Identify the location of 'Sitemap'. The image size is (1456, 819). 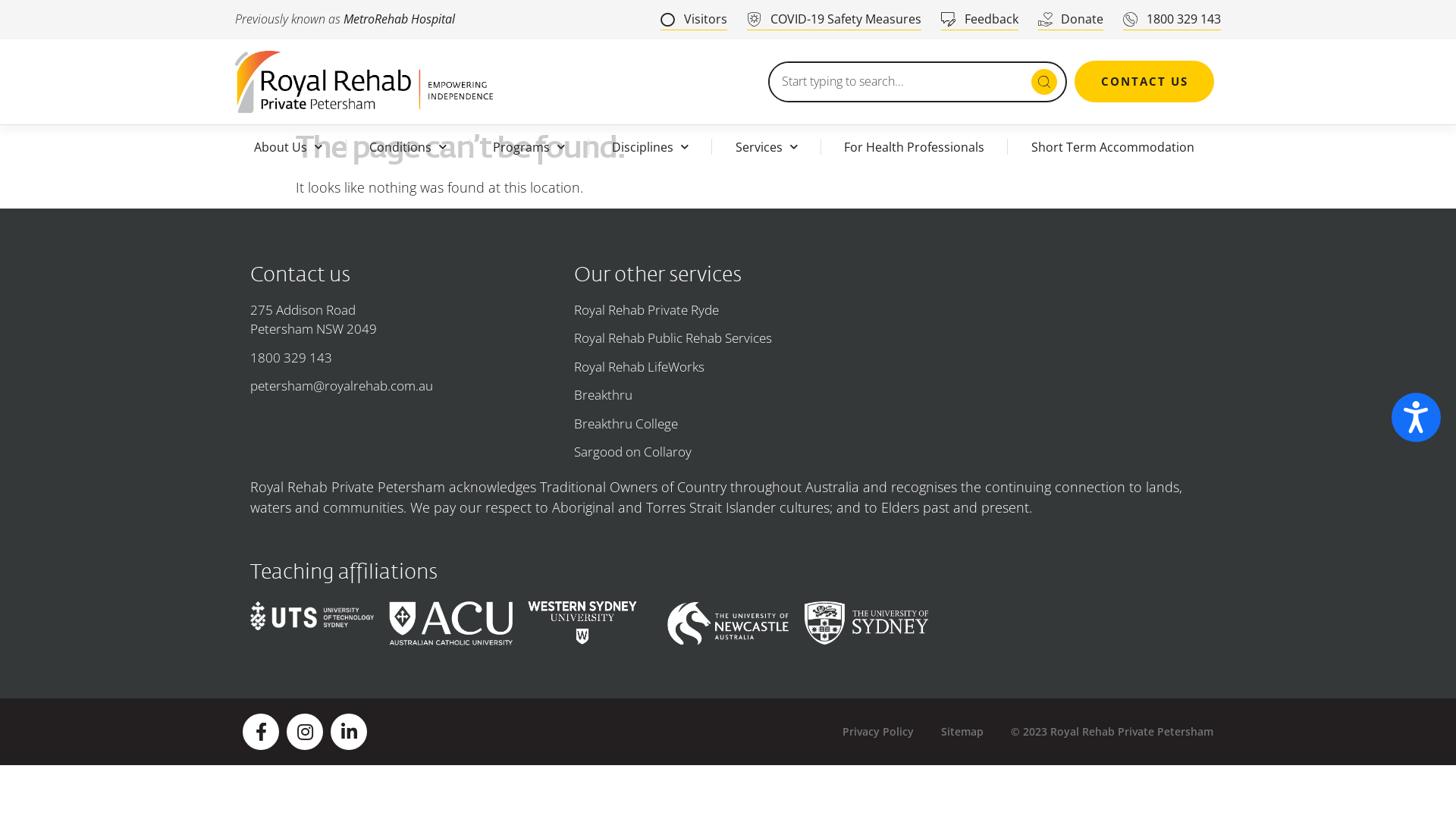
(961, 730).